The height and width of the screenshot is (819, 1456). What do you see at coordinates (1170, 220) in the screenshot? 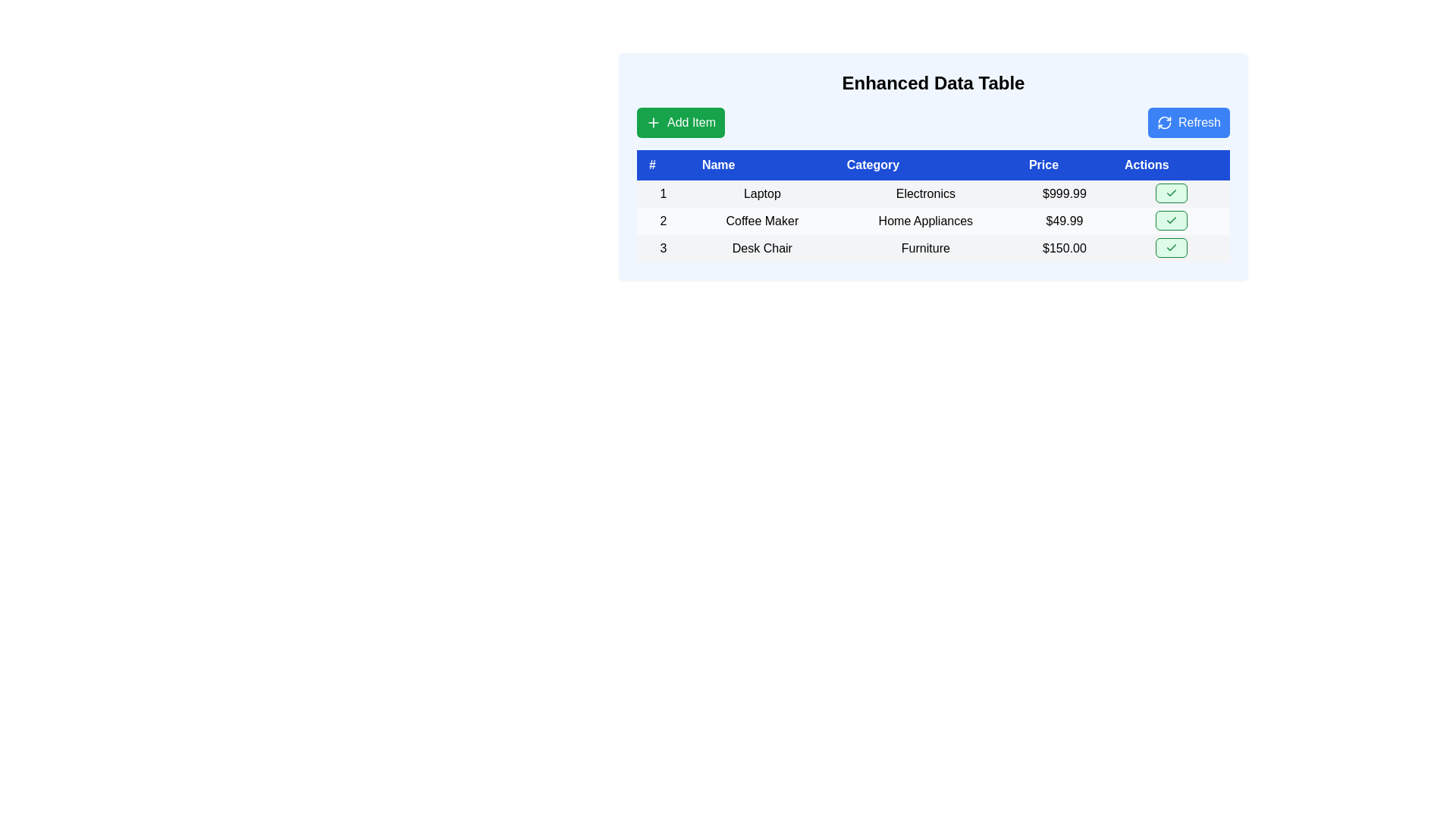
I see `the green button containing the check mark icon located in the 'Actions' column of the second row in the data table` at bounding box center [1170, 220].